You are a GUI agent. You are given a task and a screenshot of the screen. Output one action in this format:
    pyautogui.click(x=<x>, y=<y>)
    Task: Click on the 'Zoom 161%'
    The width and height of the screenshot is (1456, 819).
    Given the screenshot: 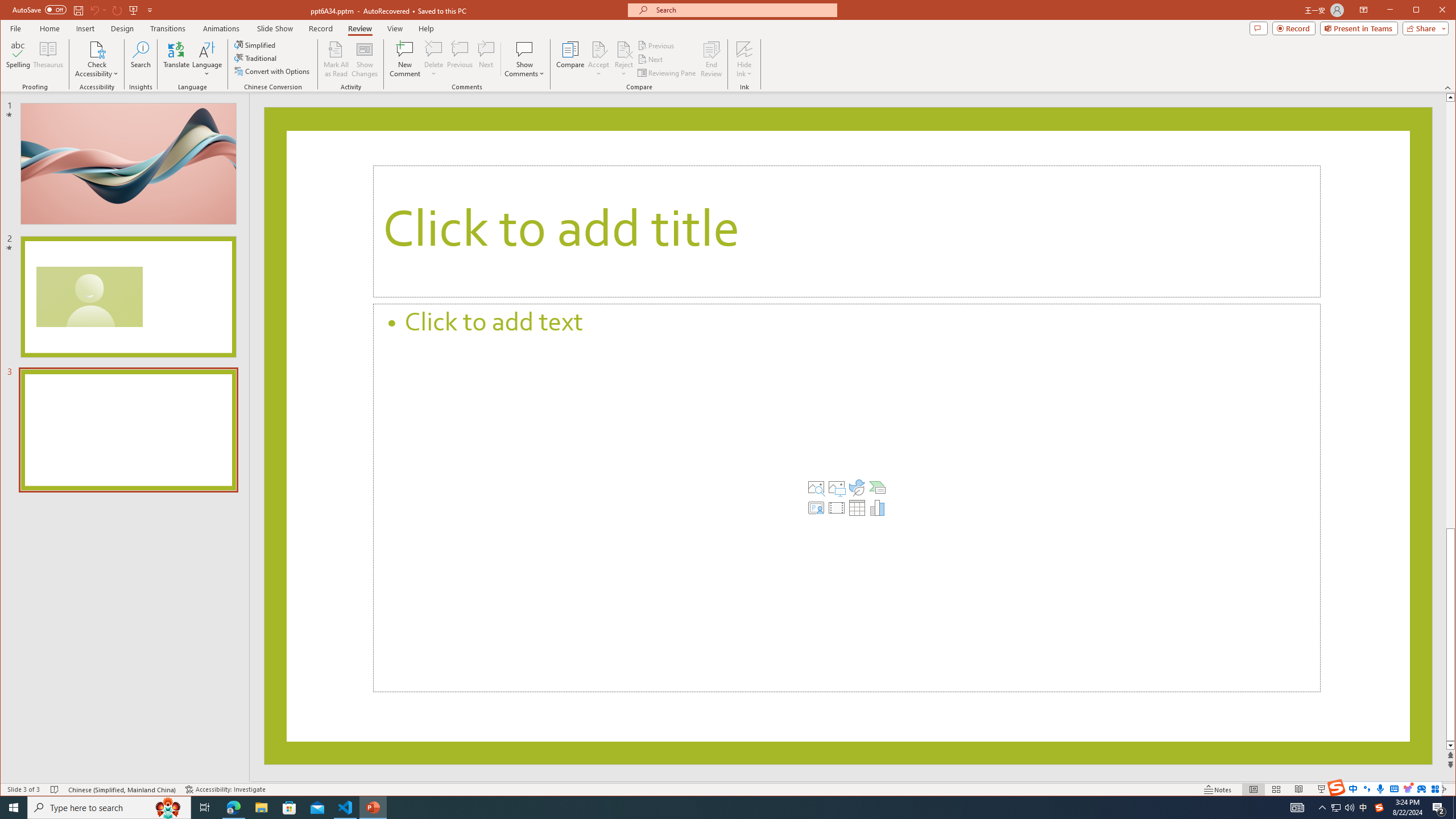 What is the action you would take?
    pyautogui.click(x=1423, y=789)
    